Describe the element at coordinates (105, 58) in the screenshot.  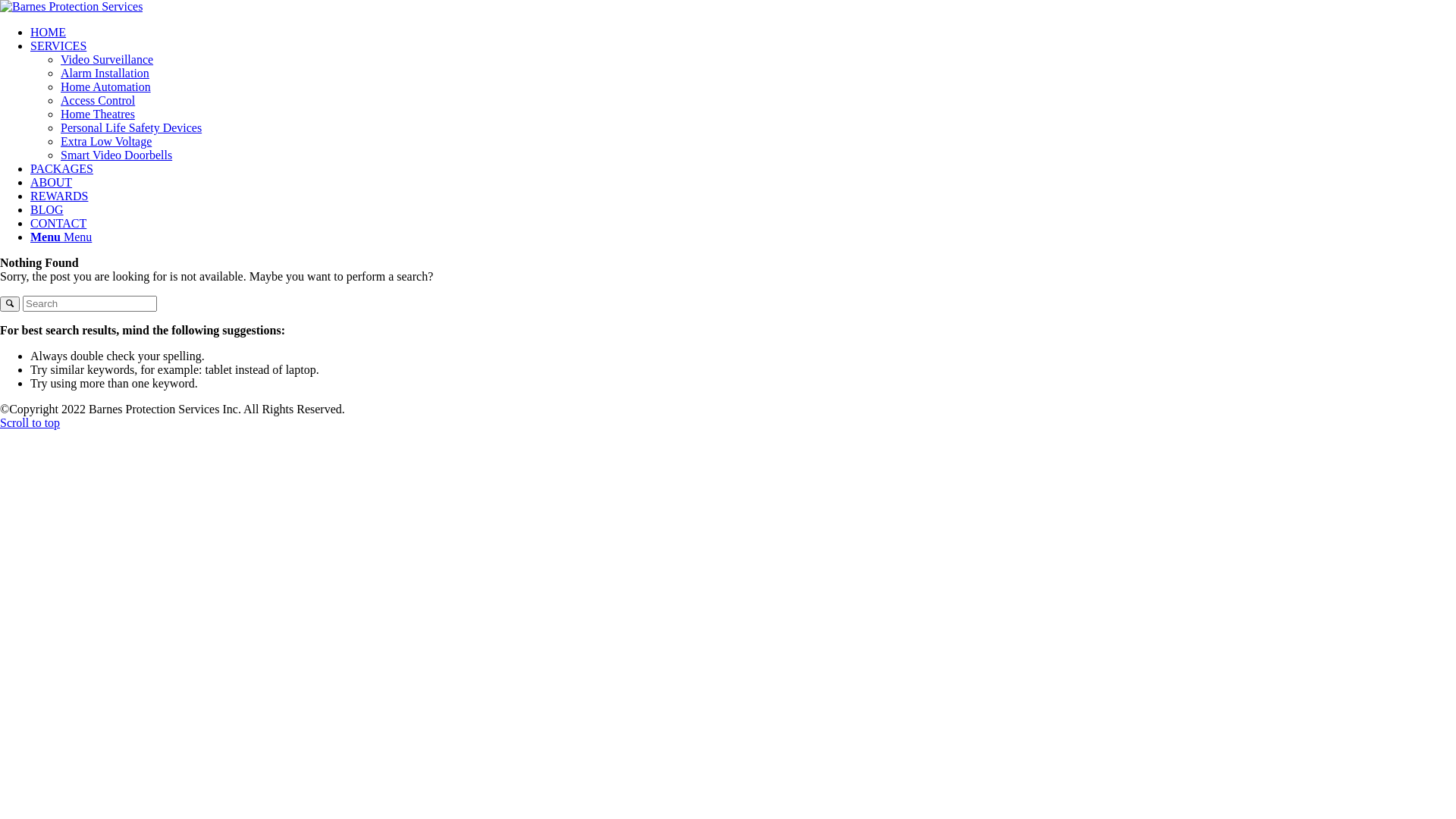
I see `'Video Surveillance'` at that location.